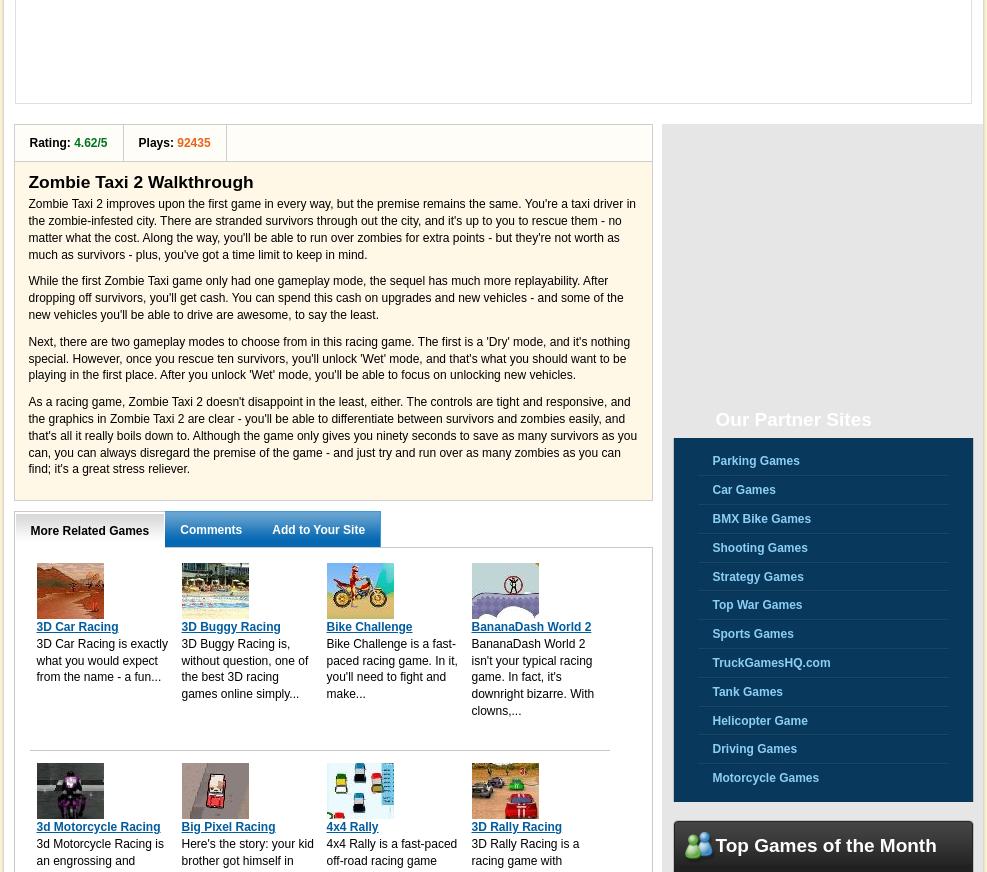  What do you see at coordinates (244, 667) in the screenshot?
I see `'3D Buggy Racing is, without question, one of the best 3D racing games online simply...'` at bounding box center [244, 667].